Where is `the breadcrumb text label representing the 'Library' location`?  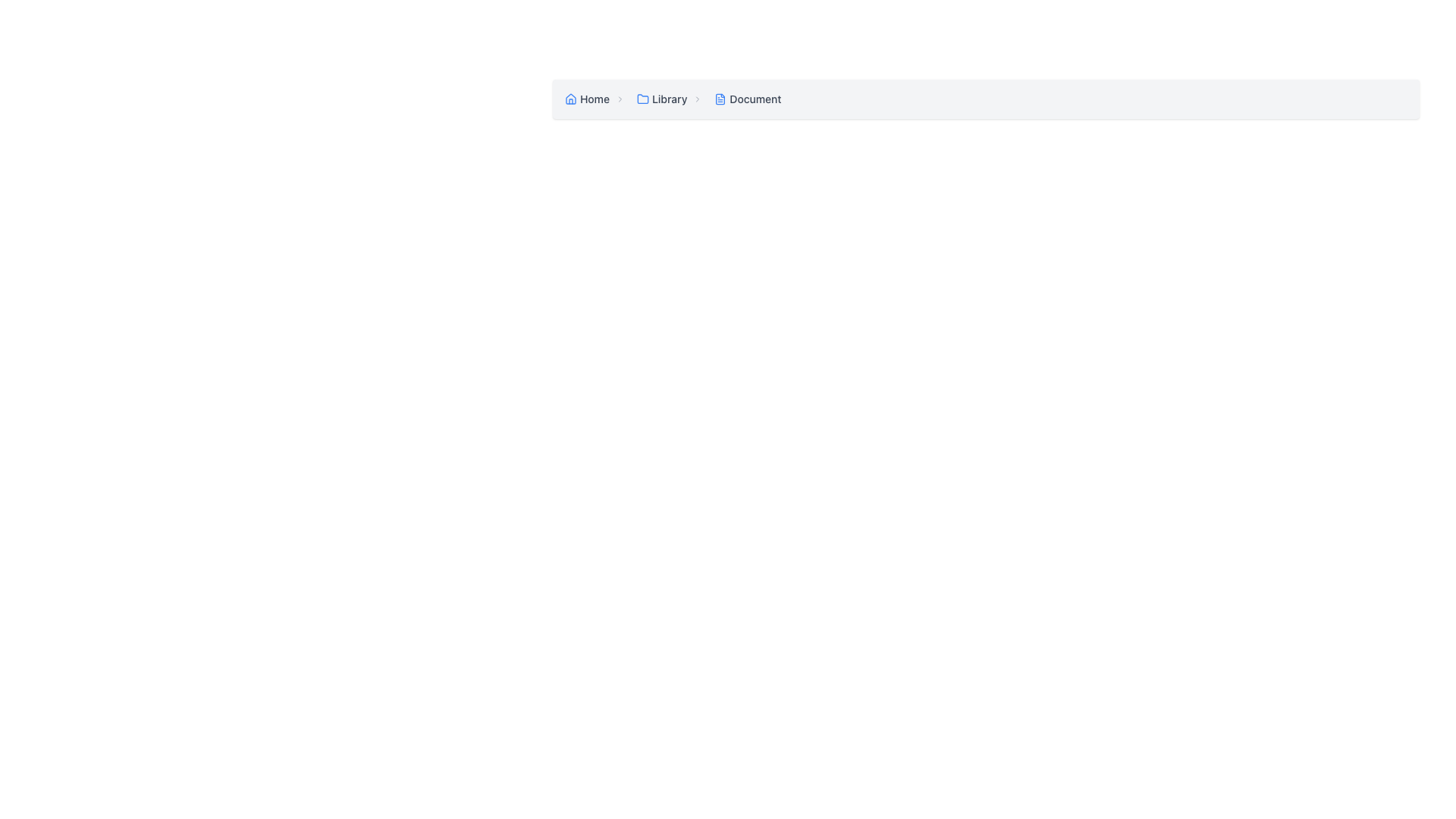 the breadcrumb text label representing the 'Library' location is located at coordinates (669, 99).